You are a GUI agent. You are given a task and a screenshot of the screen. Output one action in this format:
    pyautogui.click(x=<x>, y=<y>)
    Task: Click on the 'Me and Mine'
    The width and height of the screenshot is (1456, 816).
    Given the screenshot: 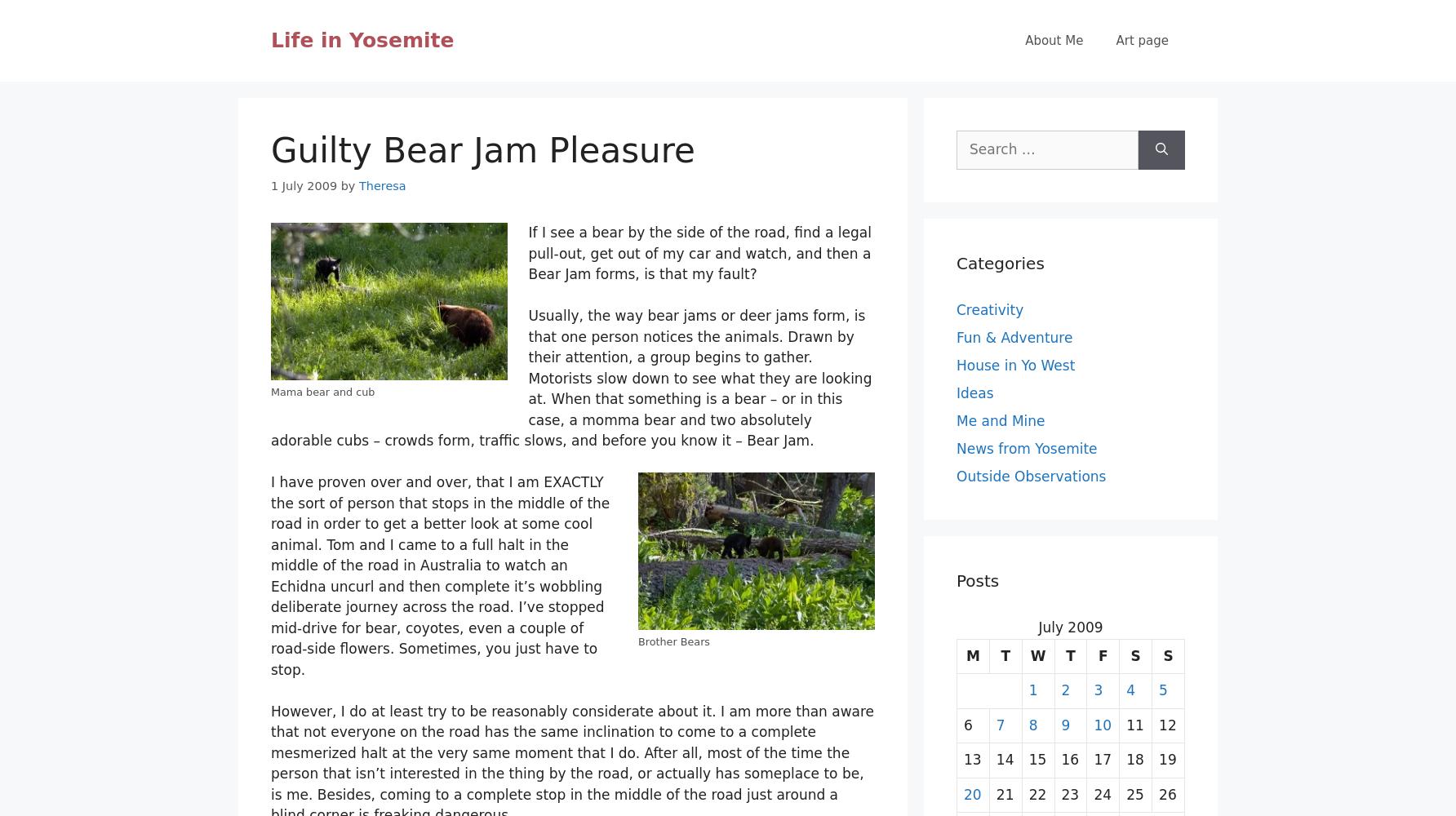 What is the action you would take?
    pyautogui.click(x=957, y=420)
    